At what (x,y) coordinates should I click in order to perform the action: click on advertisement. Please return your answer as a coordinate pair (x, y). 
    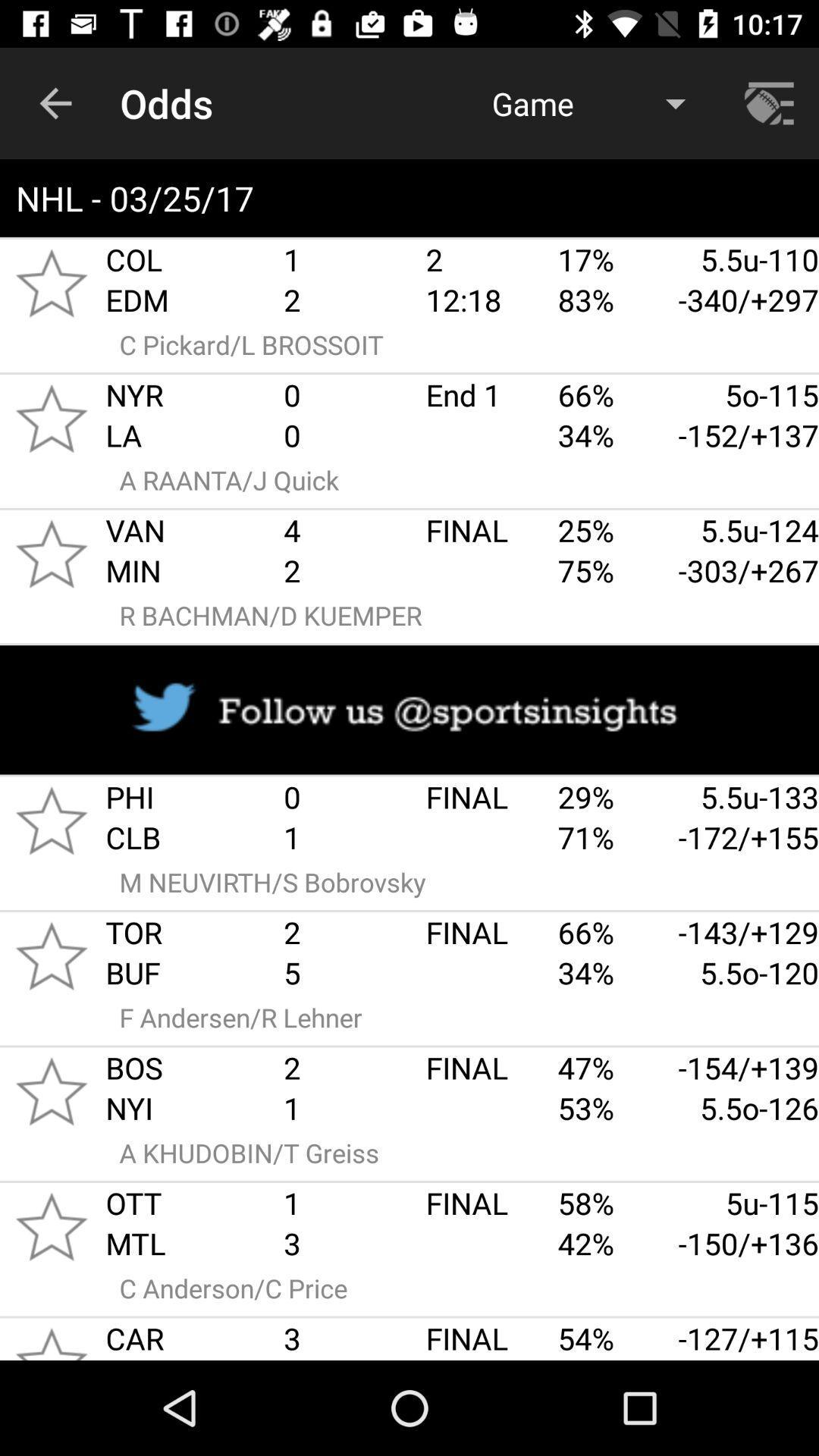
    Looking at the image, I should click on (409, 709).